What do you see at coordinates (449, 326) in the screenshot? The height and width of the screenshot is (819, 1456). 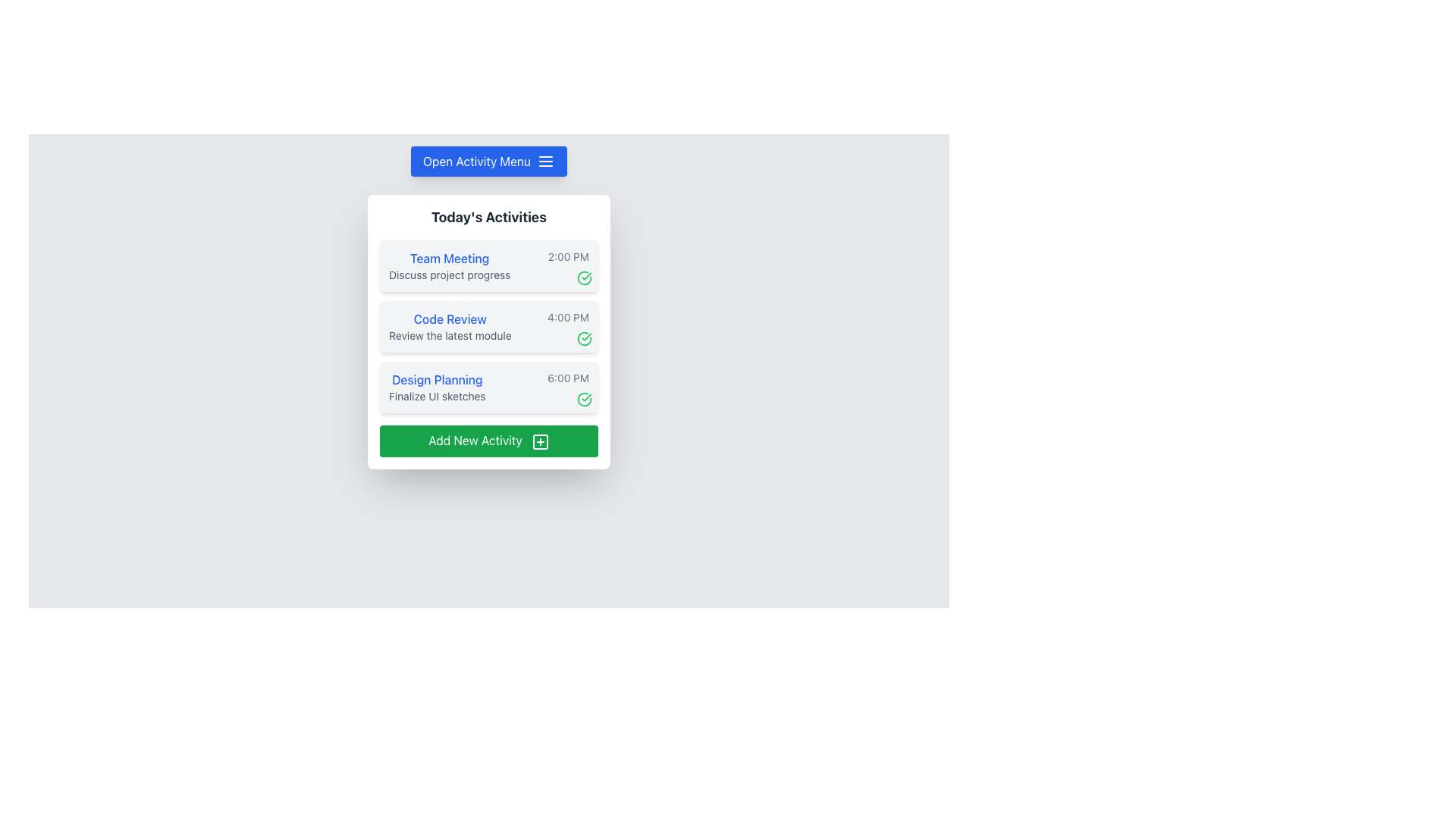 I see `to select or interact with the Text block titled 'Code Review' which is the second entry in the list of activities, styled with a bold blue title and a smaller gray subtitle` at bounding box center [449, 326].